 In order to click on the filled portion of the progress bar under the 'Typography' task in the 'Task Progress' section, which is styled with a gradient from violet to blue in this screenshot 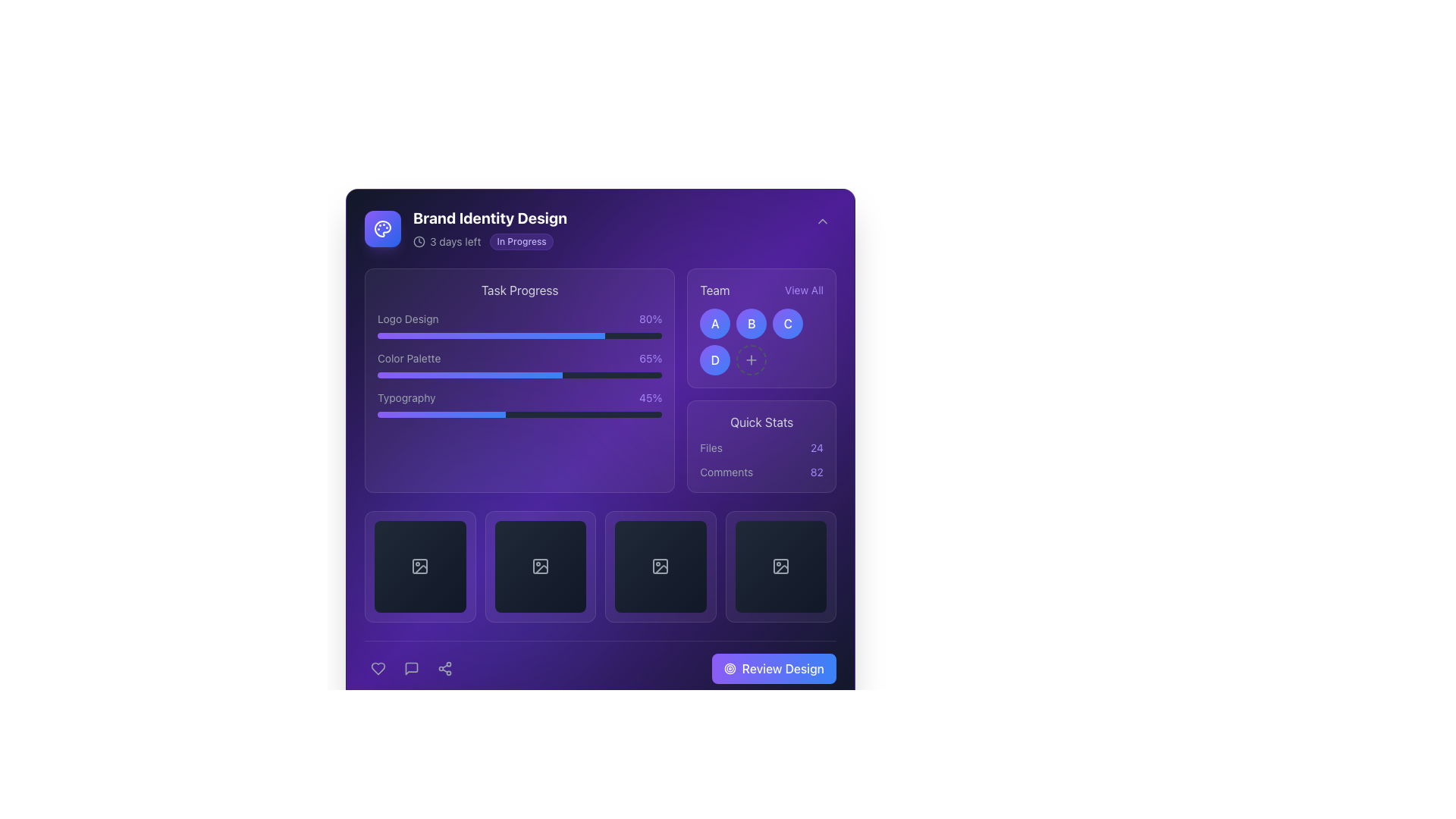, I will do `click(441, 415)`.